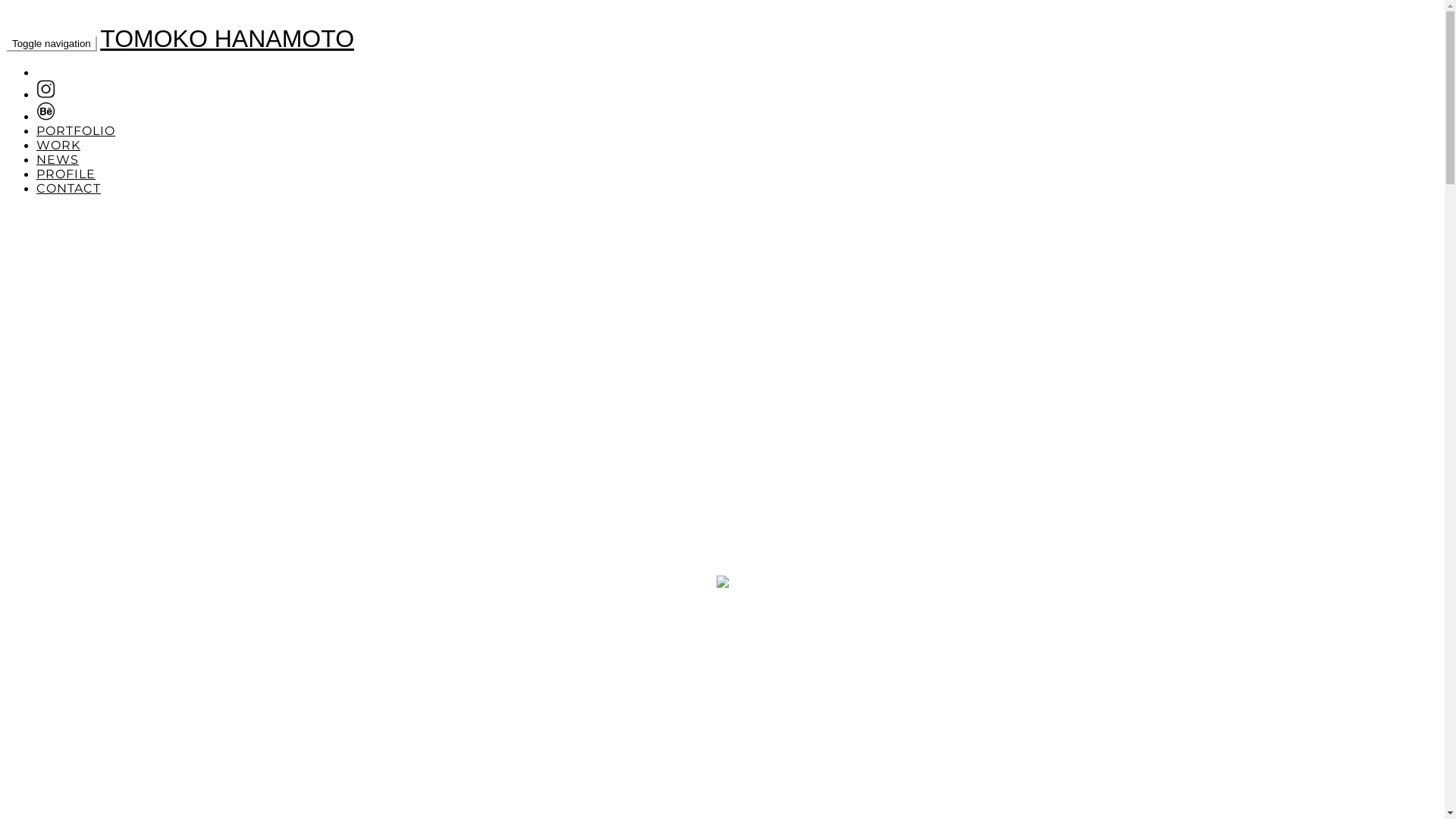 The image size is (1456, 819). What do you see at coordinates (64, 173) in the screenshot?
I see `'PROFILE'` at bounding box center [64, 173].